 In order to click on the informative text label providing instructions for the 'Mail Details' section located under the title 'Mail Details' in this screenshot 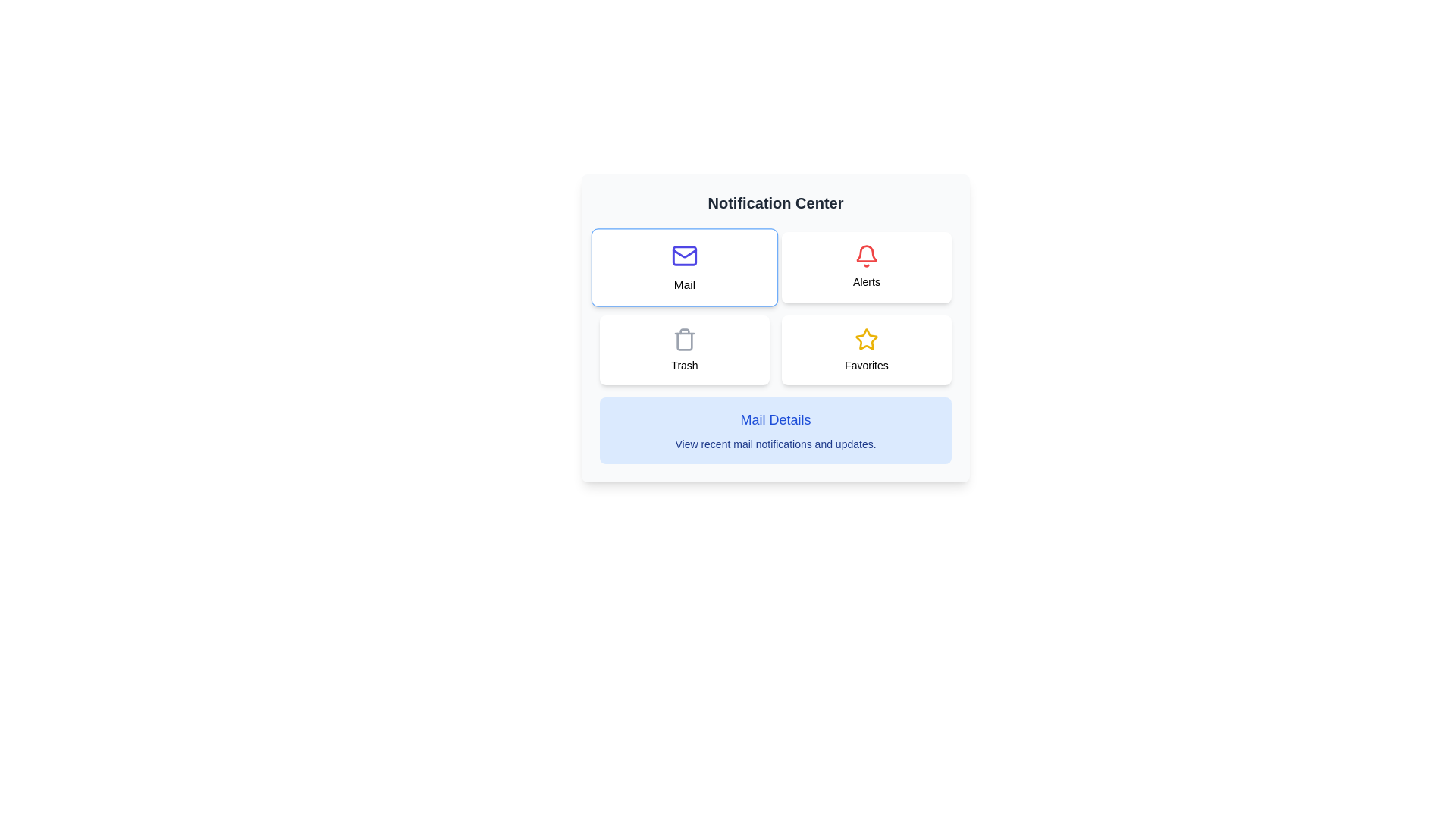, I will do `click(775, 444)`.